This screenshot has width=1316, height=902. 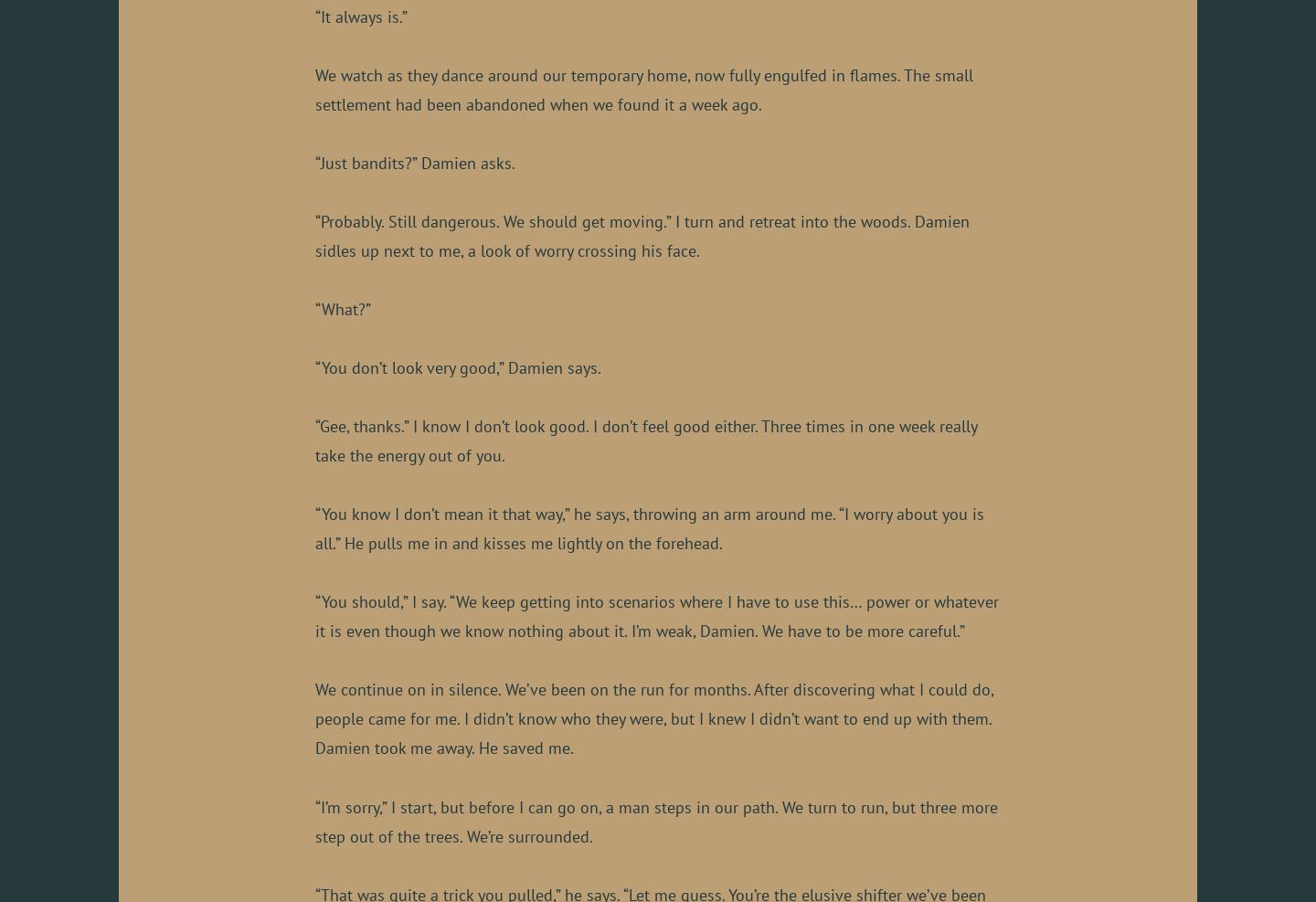 I want to click on '“I’m sorry,” I start, but before I can go on, a man steps in our path. We turn to run, but three more step out of the trees. We’re surrounded.', so click(x=656, y=820).